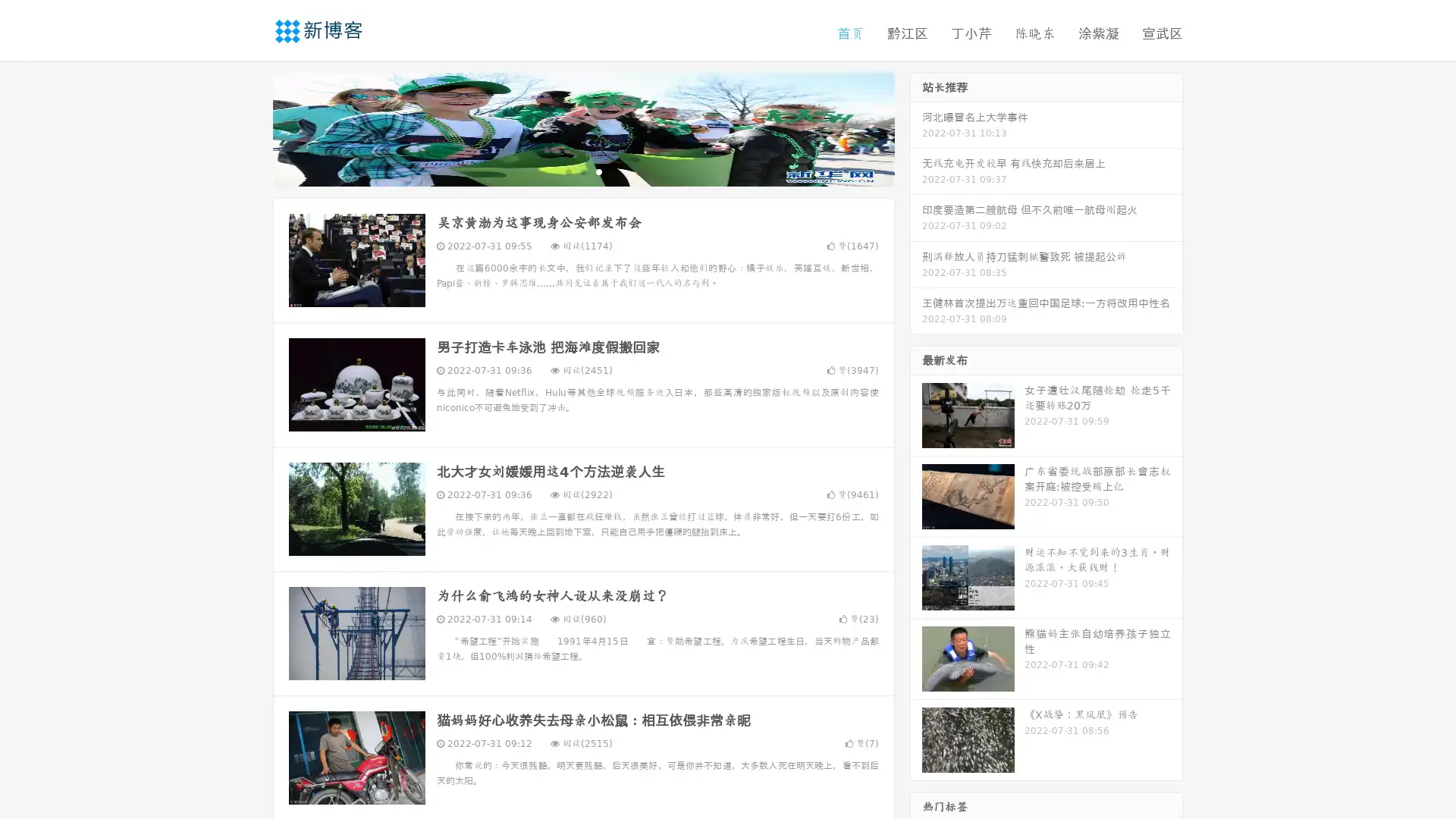 The height and width of the screenshot is (819, 1456). I want to click on Next slide, so click(916, 127).